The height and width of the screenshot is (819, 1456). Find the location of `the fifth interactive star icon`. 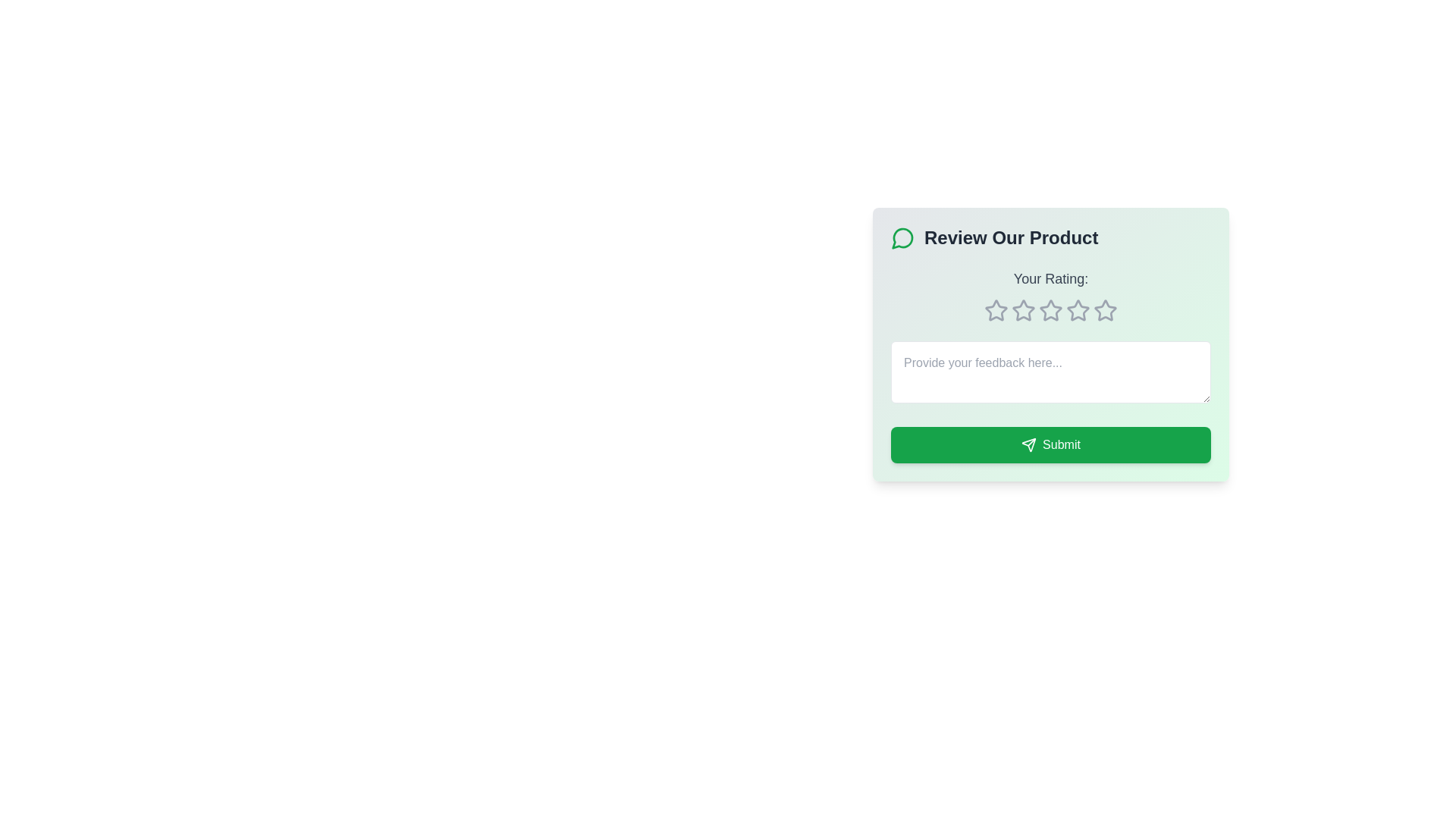

the fifth interactive star icon is located at coordinates (1077, 309).